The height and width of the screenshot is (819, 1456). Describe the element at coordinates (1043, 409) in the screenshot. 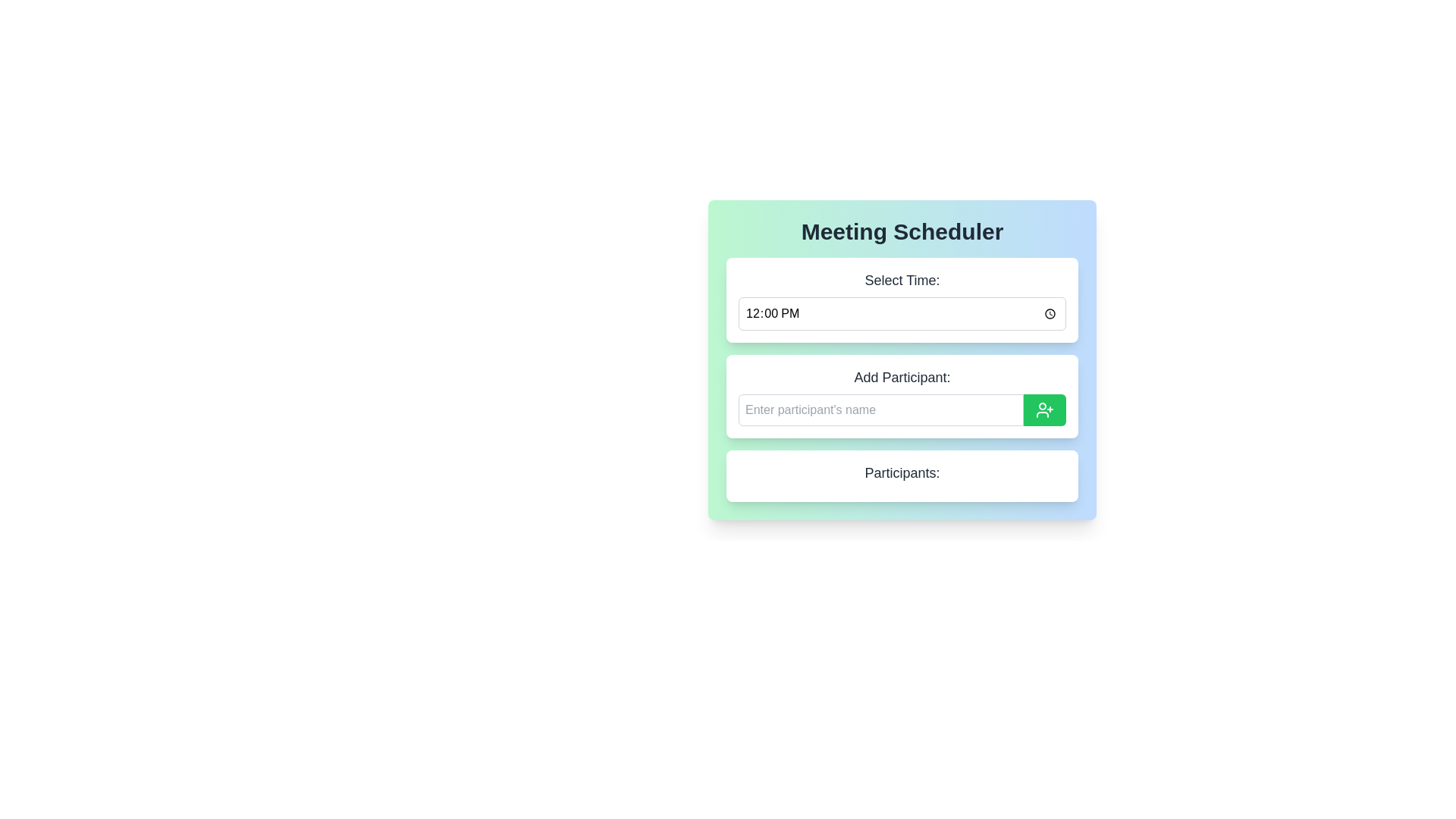

I see `the icon button located at the far-right end of the 'Add Participant' horizontal box` at that location.